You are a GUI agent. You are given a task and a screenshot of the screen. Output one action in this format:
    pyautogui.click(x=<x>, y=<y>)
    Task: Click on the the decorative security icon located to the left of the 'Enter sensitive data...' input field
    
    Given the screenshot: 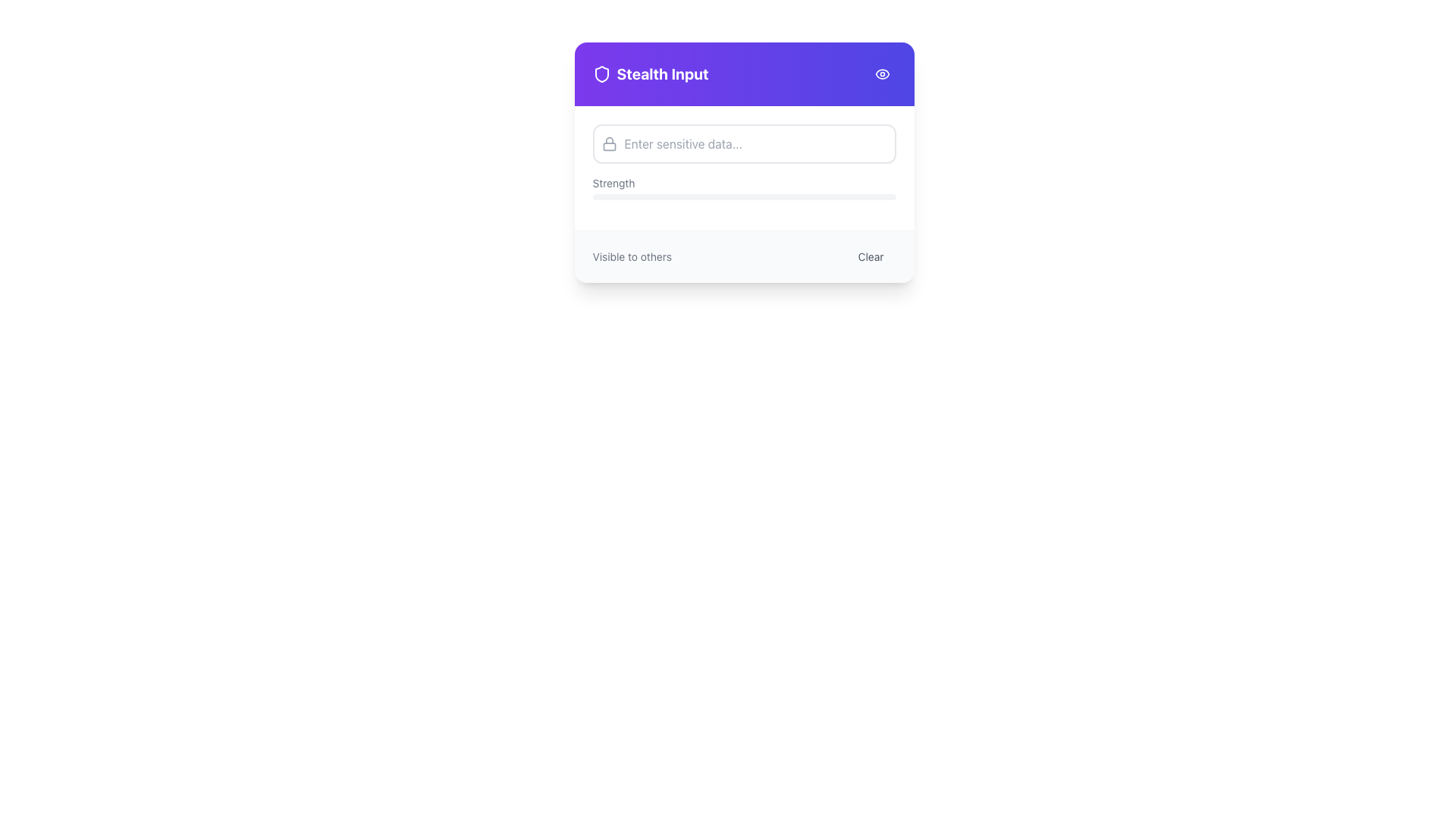 What is the action you would take?
    pyautogui.click(x=609, y=143)
    